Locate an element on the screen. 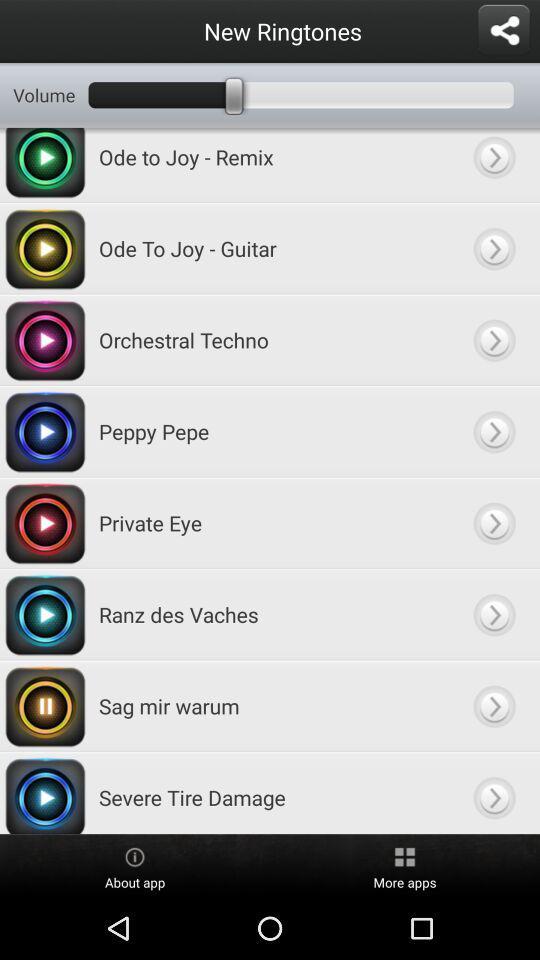 This screenshot has width=540, height=960. share ringtones is located at coordinates (502, 30).